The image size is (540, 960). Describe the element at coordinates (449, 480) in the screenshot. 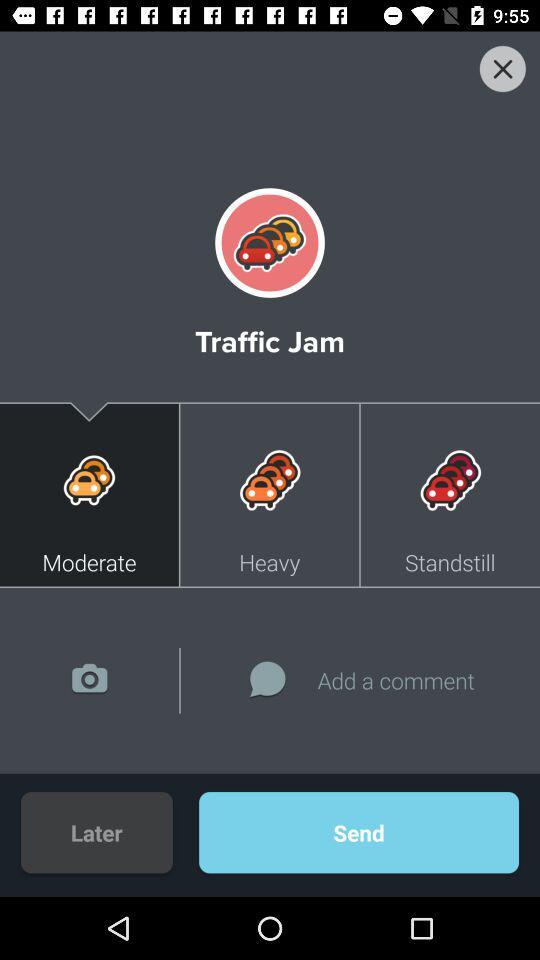

I see `the image above the button standstill on the web page` at that location.